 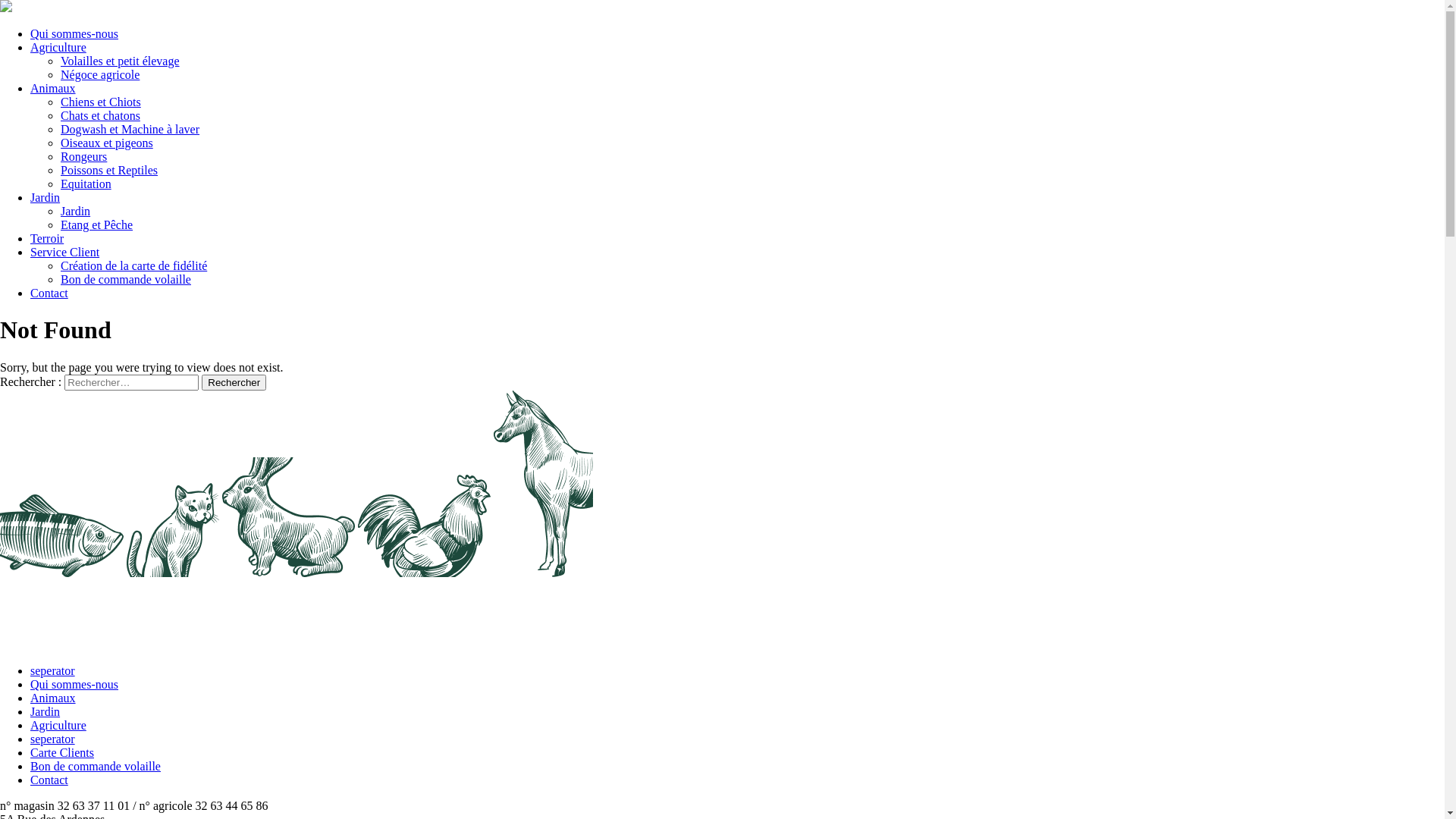 I want to click on 'Rechercher', so click(x=233, y=381).